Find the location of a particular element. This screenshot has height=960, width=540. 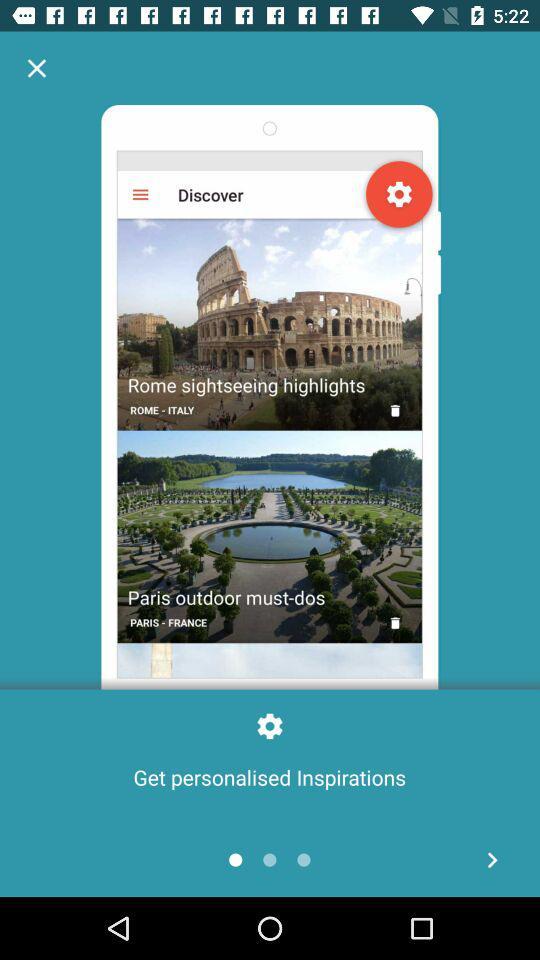

pop up is located at coordinates (36, 68).